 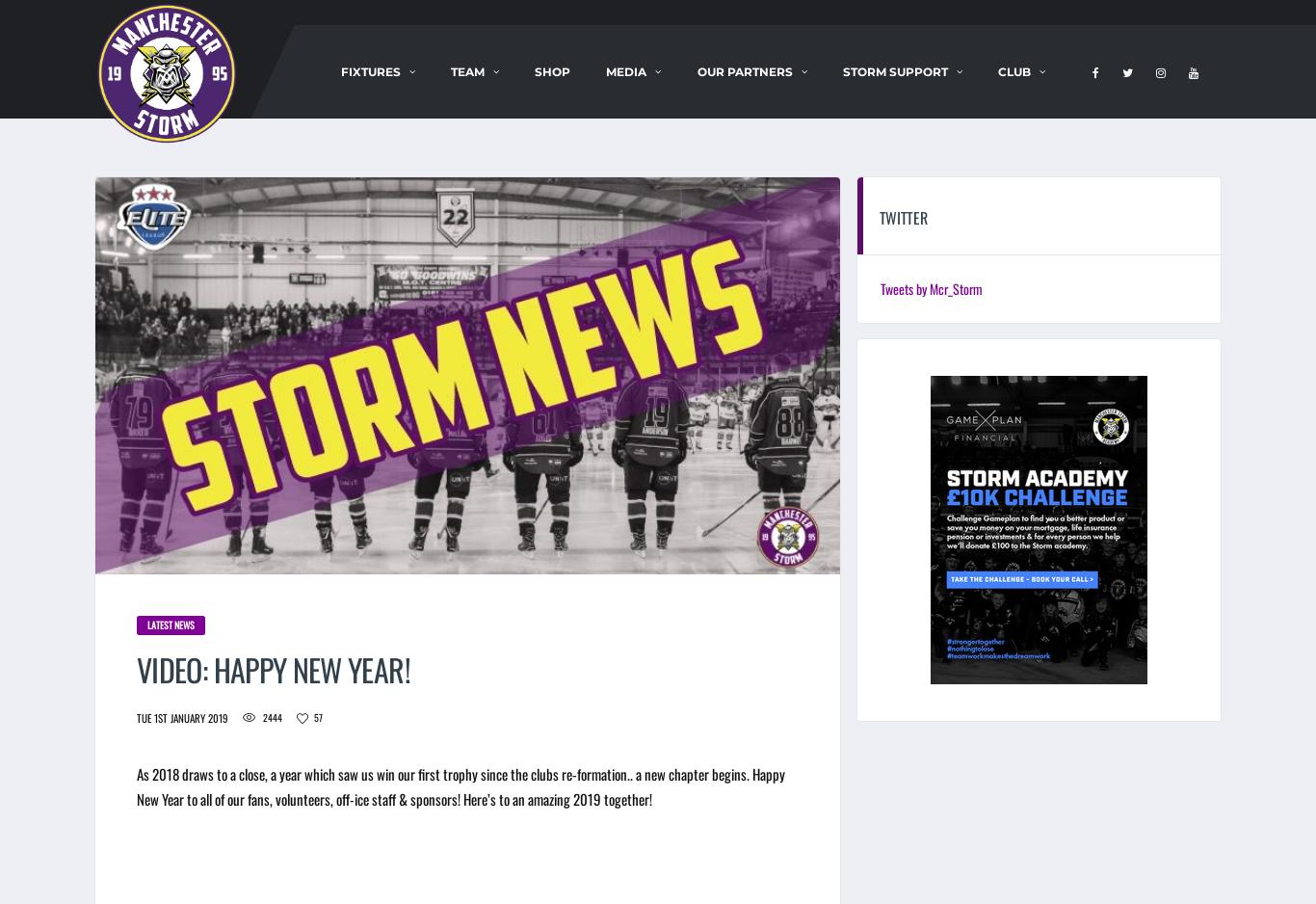 What do you see at coordinates (1008, 173) in the screenshot?
I see `'Contact'` at bounding box center [1008, 173].